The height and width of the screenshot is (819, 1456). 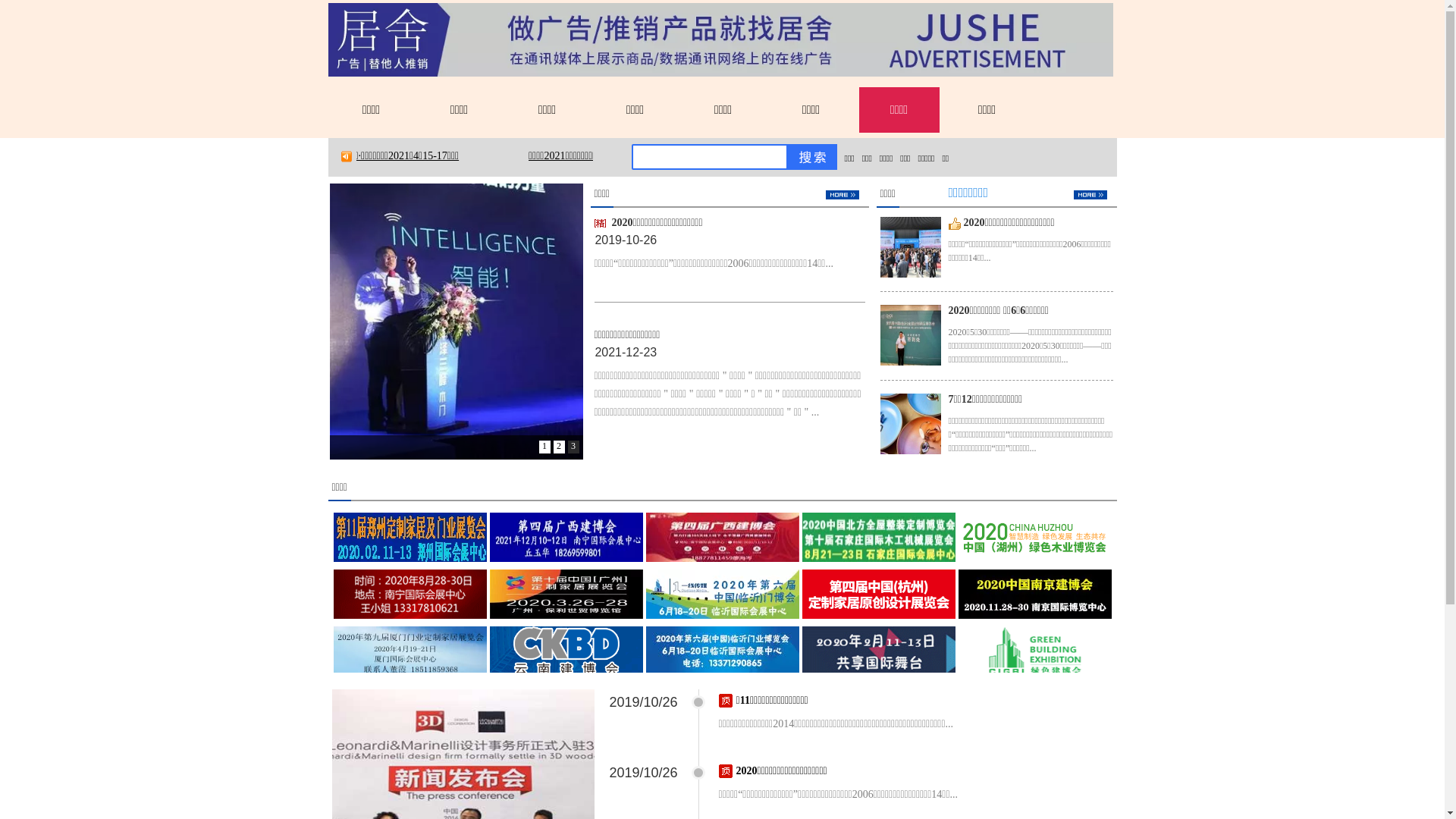 I want to click on '2021-12-23', so click(x=593, y=352).